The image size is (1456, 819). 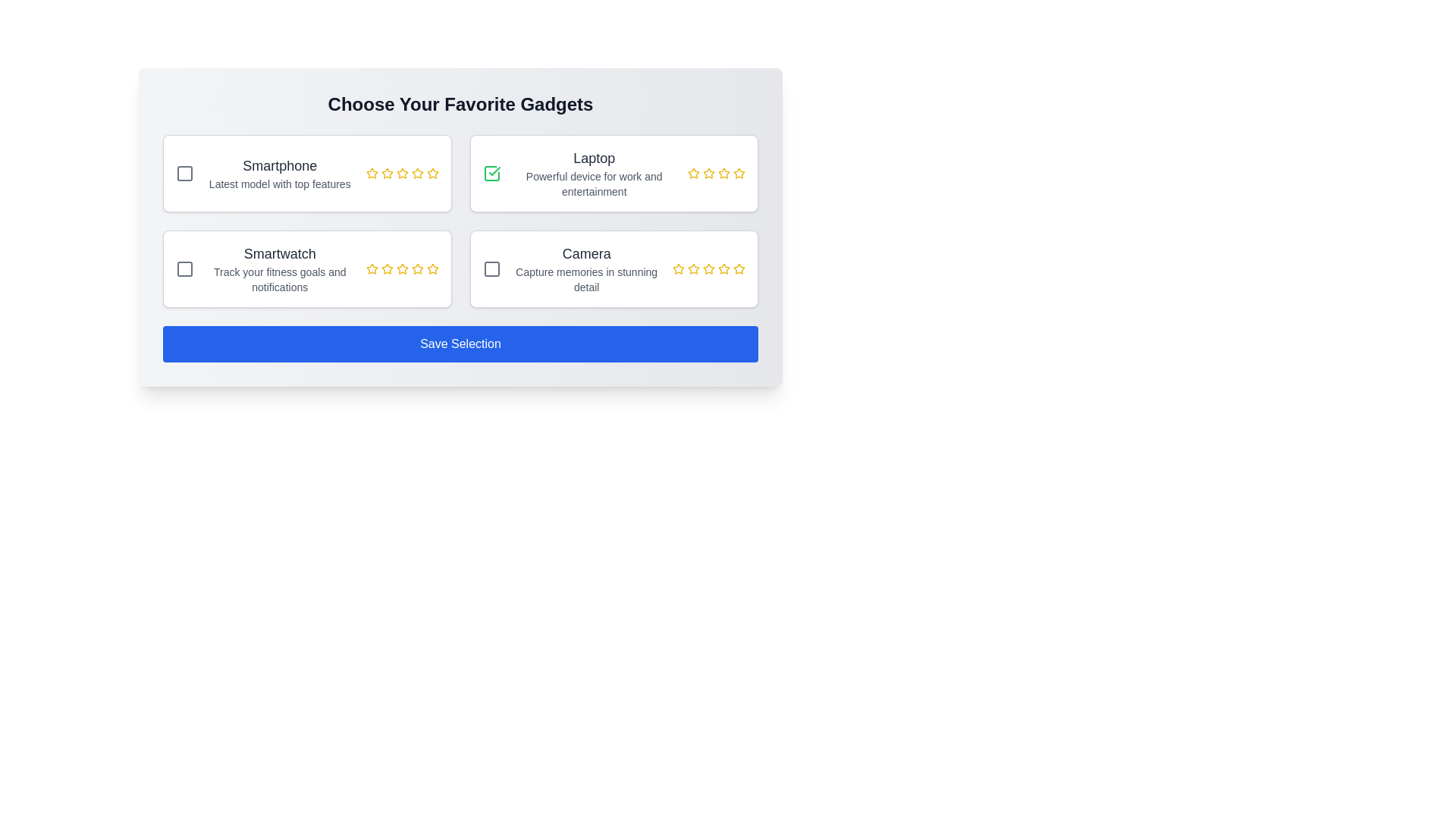 What do you see at coordinates (708, 268) in the screenshot?
I see `the fourth star-shaped icon with a golden yellow outline in the rating system located in the bottom-right grid cell` at bounding box center [708, 268].